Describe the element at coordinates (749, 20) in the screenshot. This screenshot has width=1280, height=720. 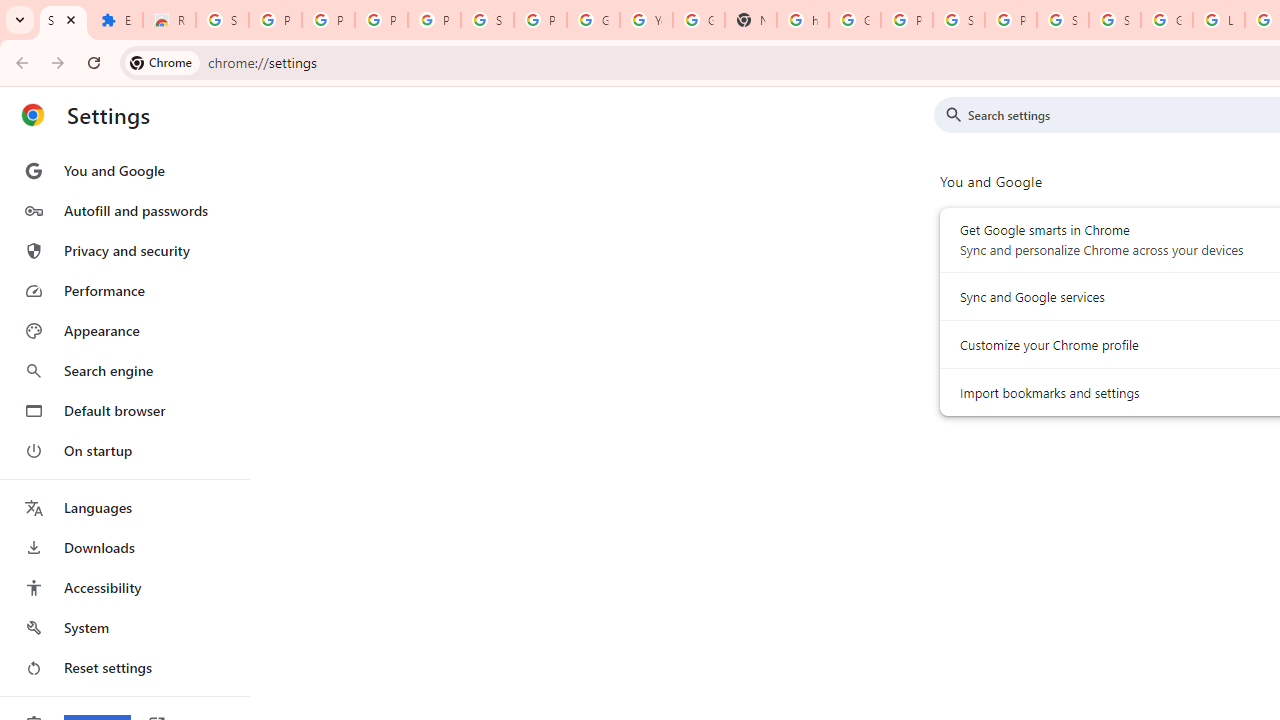
I see `'New Tab'` at that location.